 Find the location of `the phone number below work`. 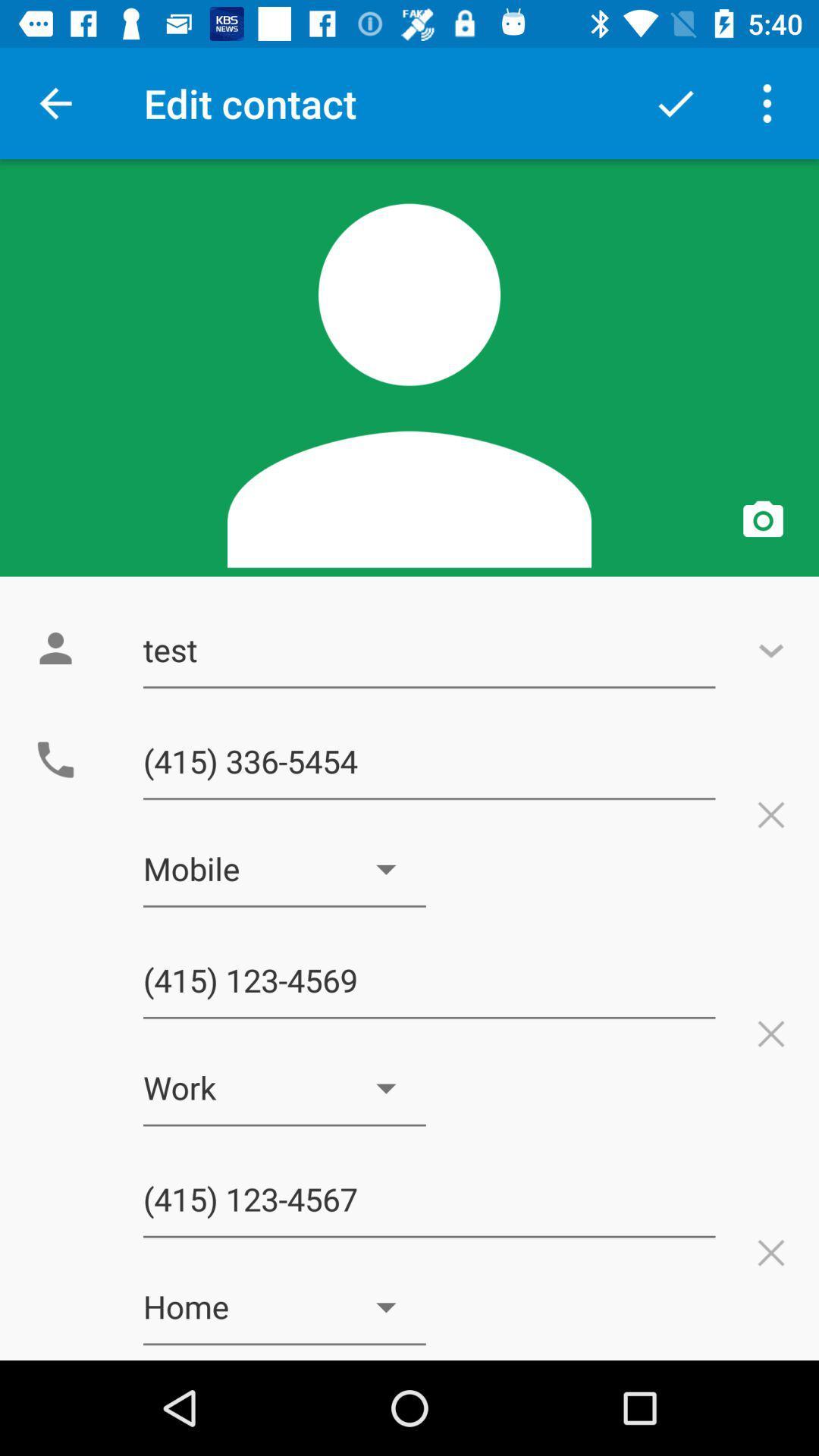

the phone number below work is located at coordinates (429, 1199).